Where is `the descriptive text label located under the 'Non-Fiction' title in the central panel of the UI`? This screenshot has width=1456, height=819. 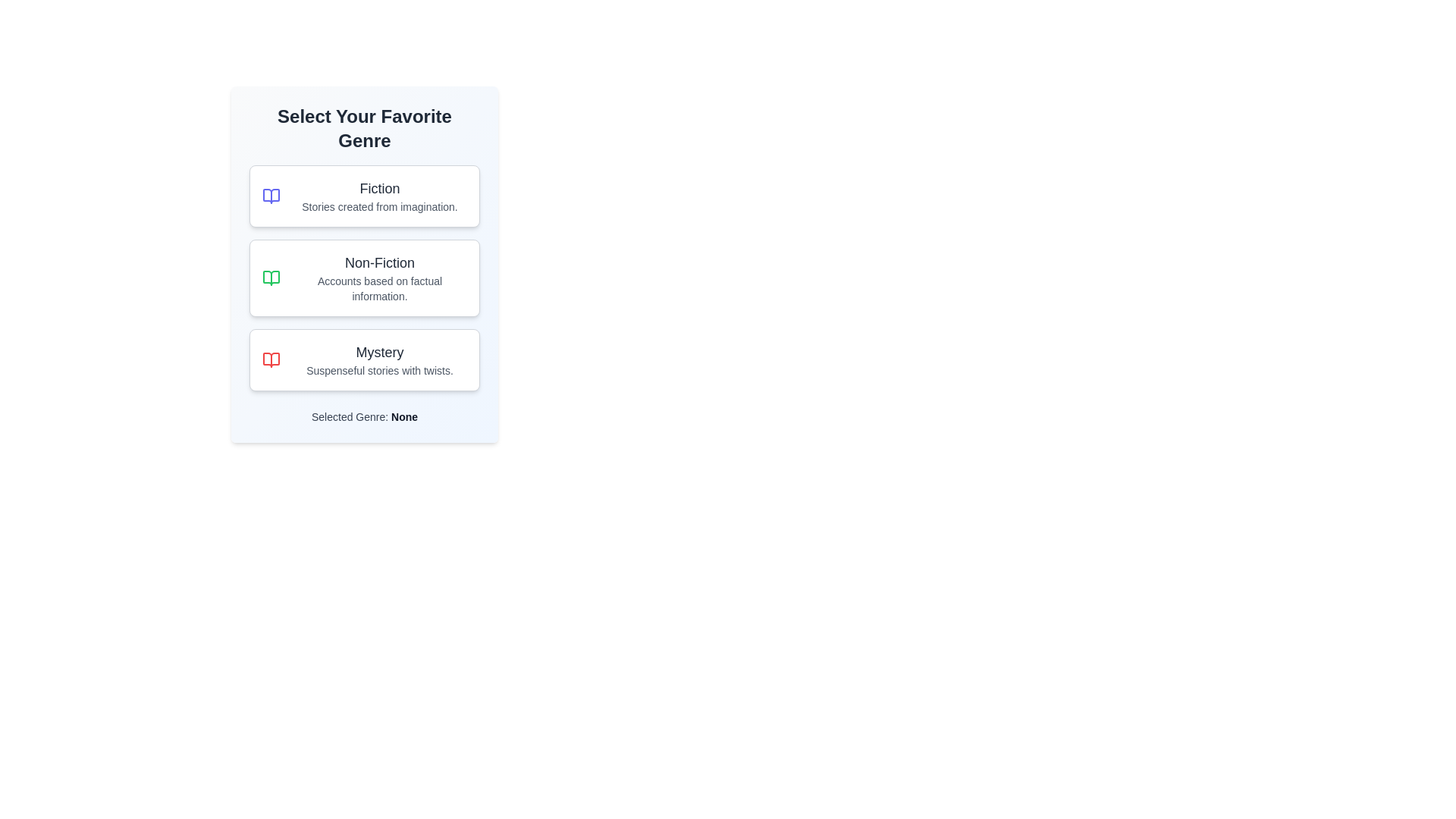 the descriptive text label located under the 'Non-Fiction' title in the central panel of the UI is located at coordinates (379, 289).